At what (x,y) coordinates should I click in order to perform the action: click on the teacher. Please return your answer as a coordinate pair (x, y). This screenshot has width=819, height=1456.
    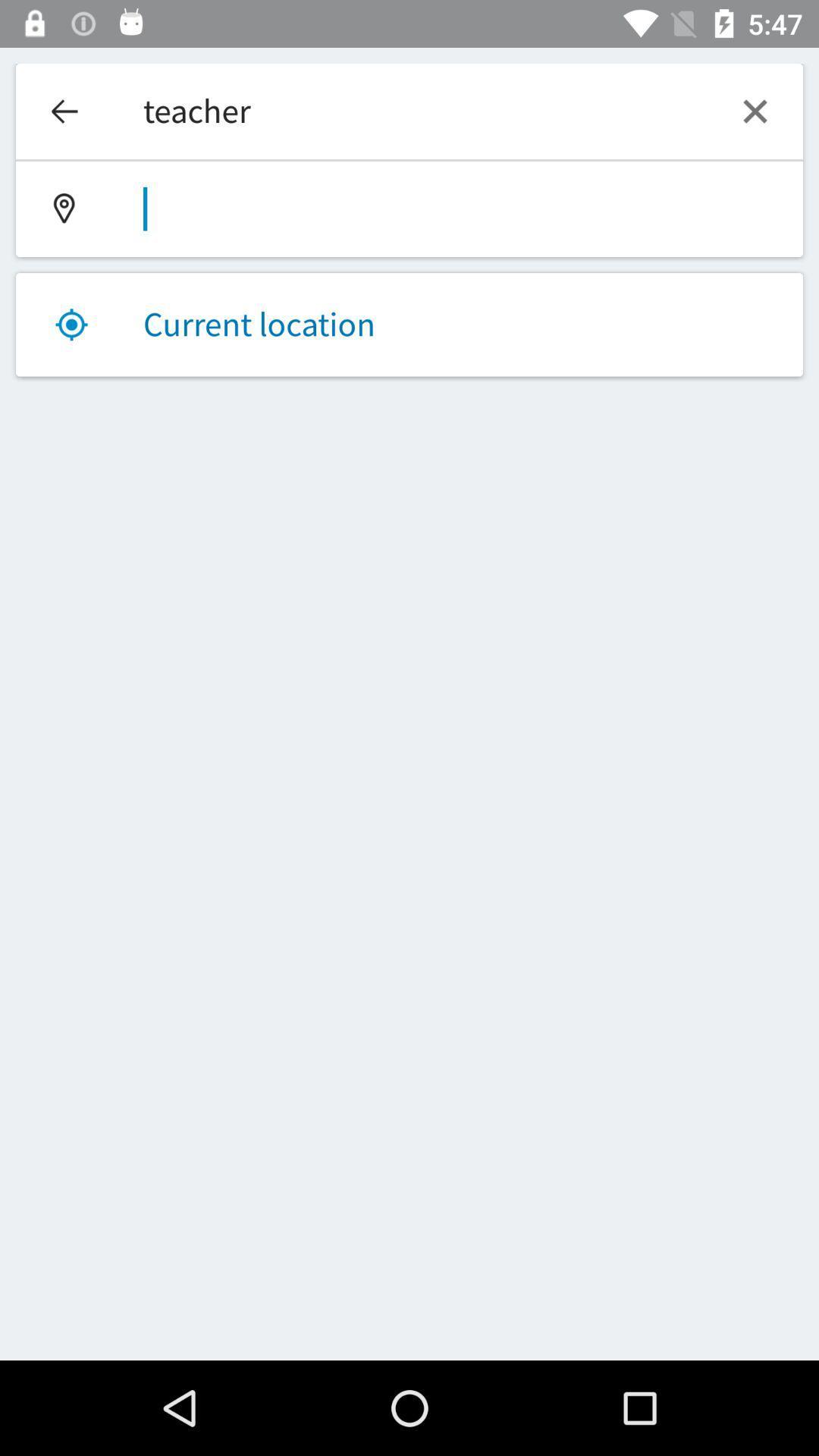
    Looking at the image, I should click on (409, 111).